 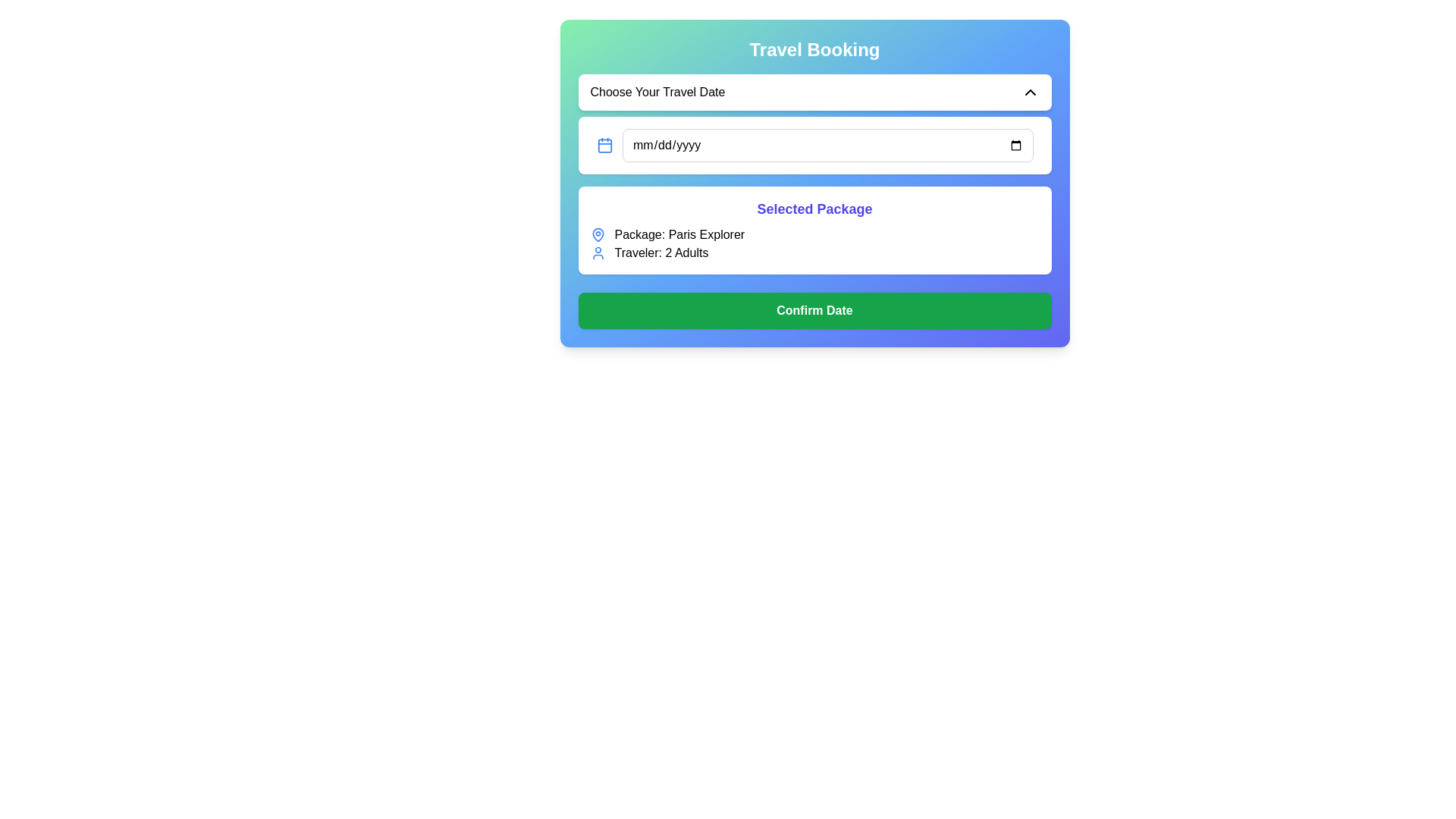 What do you see at coordinates (597, 253) in the screenshot?
I see `the icon representing the traveler category, located to the left of the text 'Traveler: 2 Adults'` at bounding box center [597, 253].